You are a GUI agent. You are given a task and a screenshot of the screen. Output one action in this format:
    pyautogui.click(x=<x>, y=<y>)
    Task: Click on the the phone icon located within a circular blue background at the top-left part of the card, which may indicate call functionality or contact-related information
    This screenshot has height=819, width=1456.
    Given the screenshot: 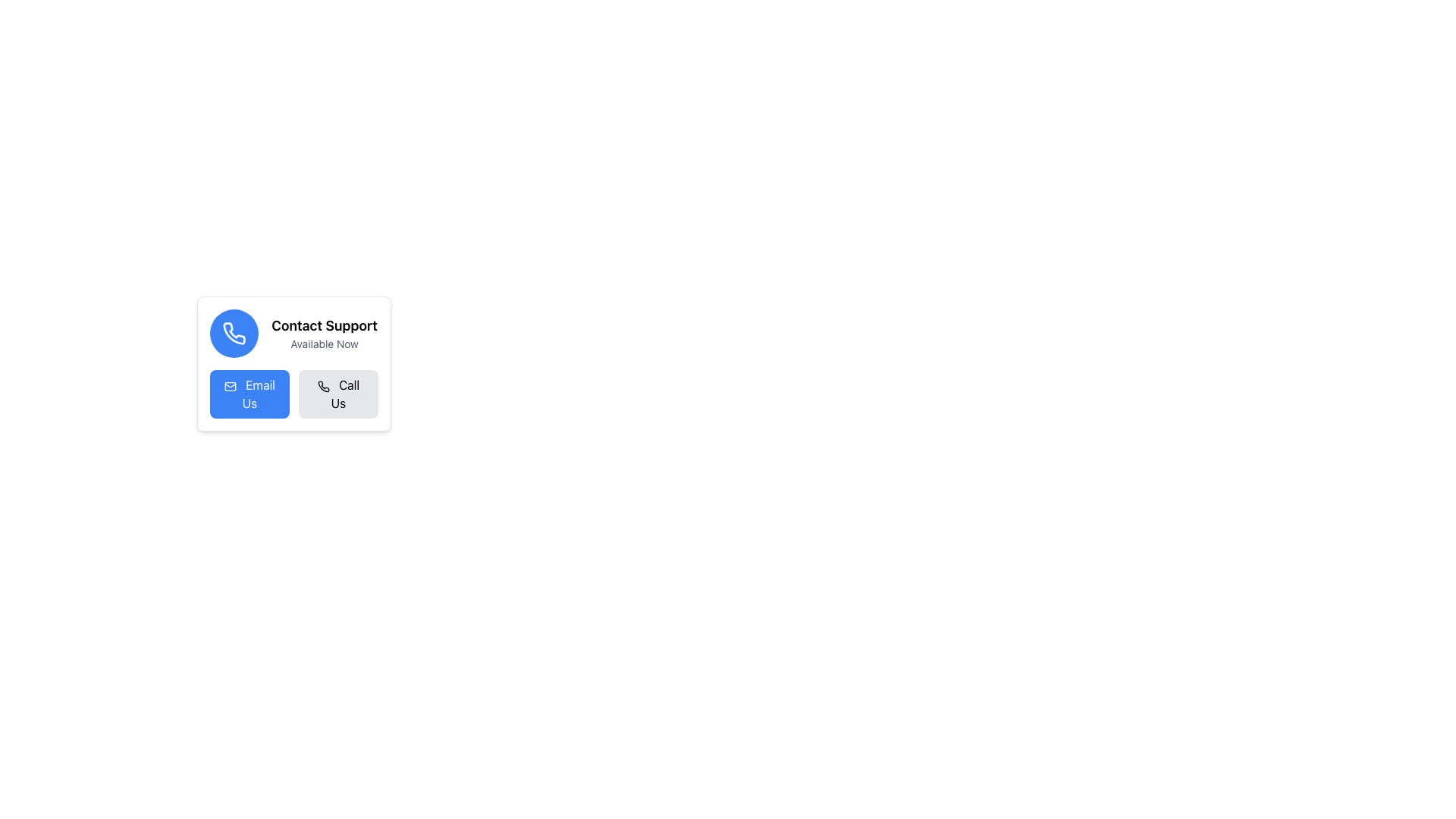 What is the action you would take?
    pyautogui.click(x=233, y=332)
    